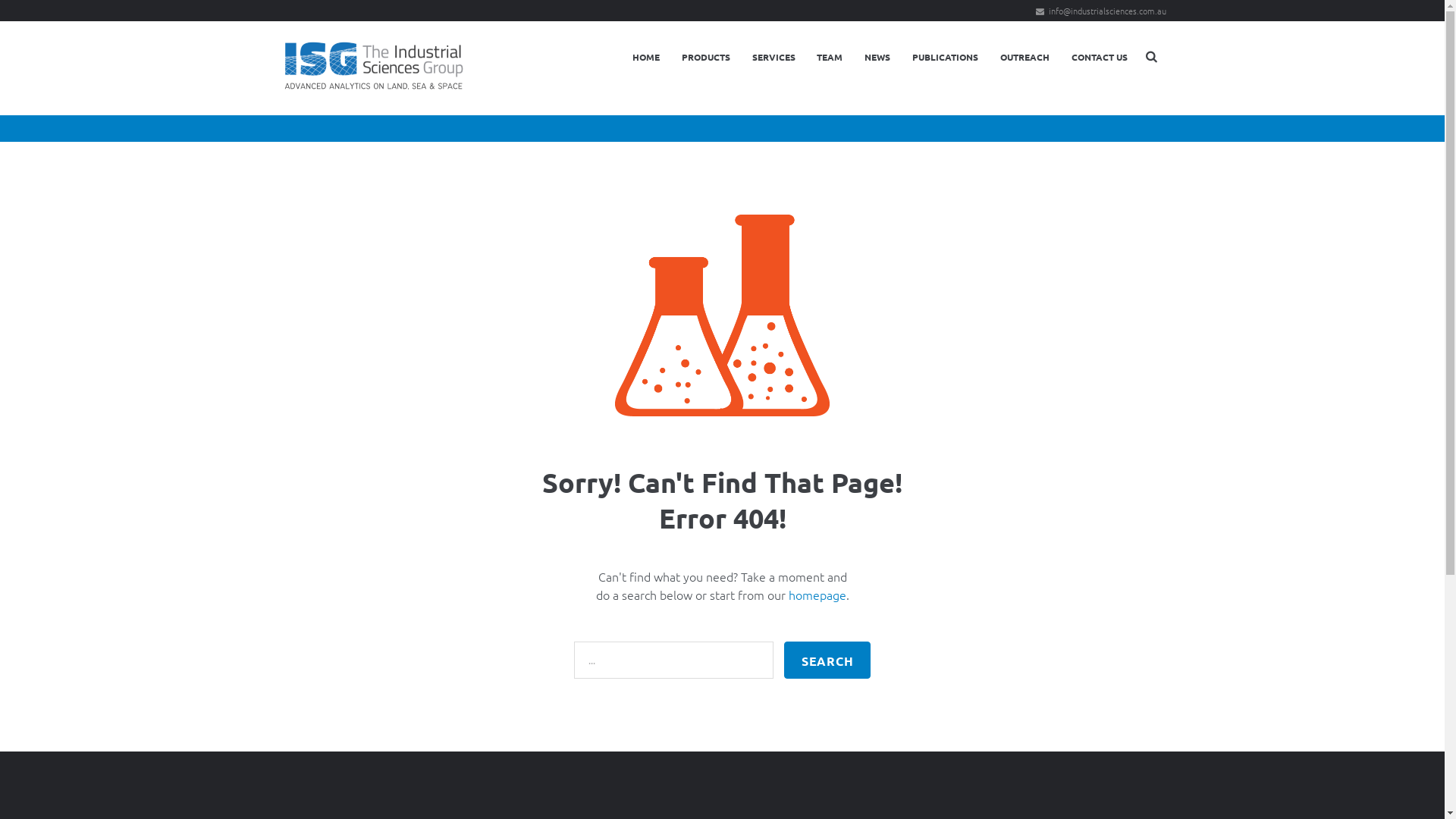 This screenshot has height=819, width=1456. Describe the element at coordinates (704, 56) in the screenshot. I see `'PRODUCTS'` at that location.